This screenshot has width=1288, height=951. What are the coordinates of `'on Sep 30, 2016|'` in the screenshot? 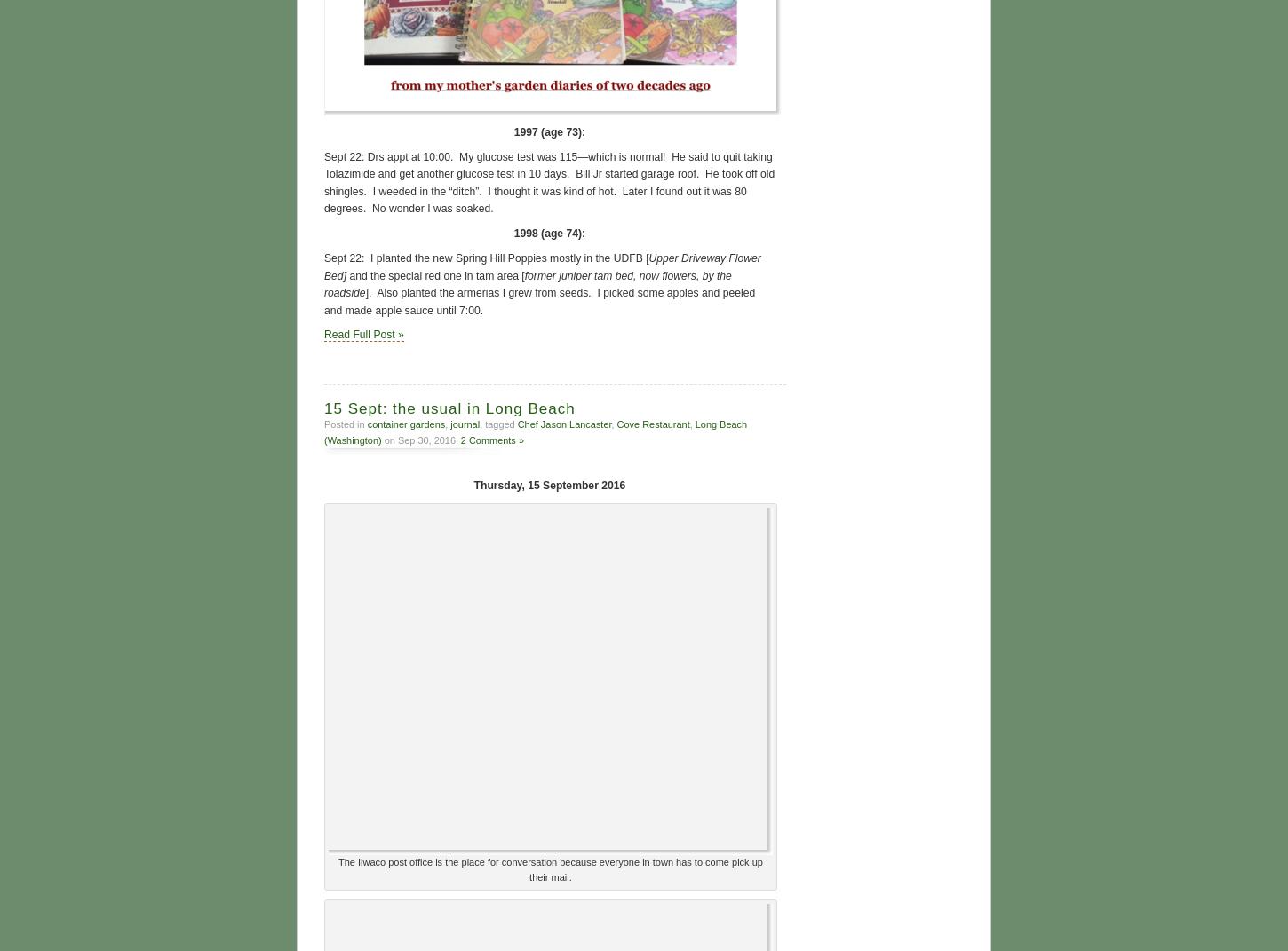 It's located at (419, 436).